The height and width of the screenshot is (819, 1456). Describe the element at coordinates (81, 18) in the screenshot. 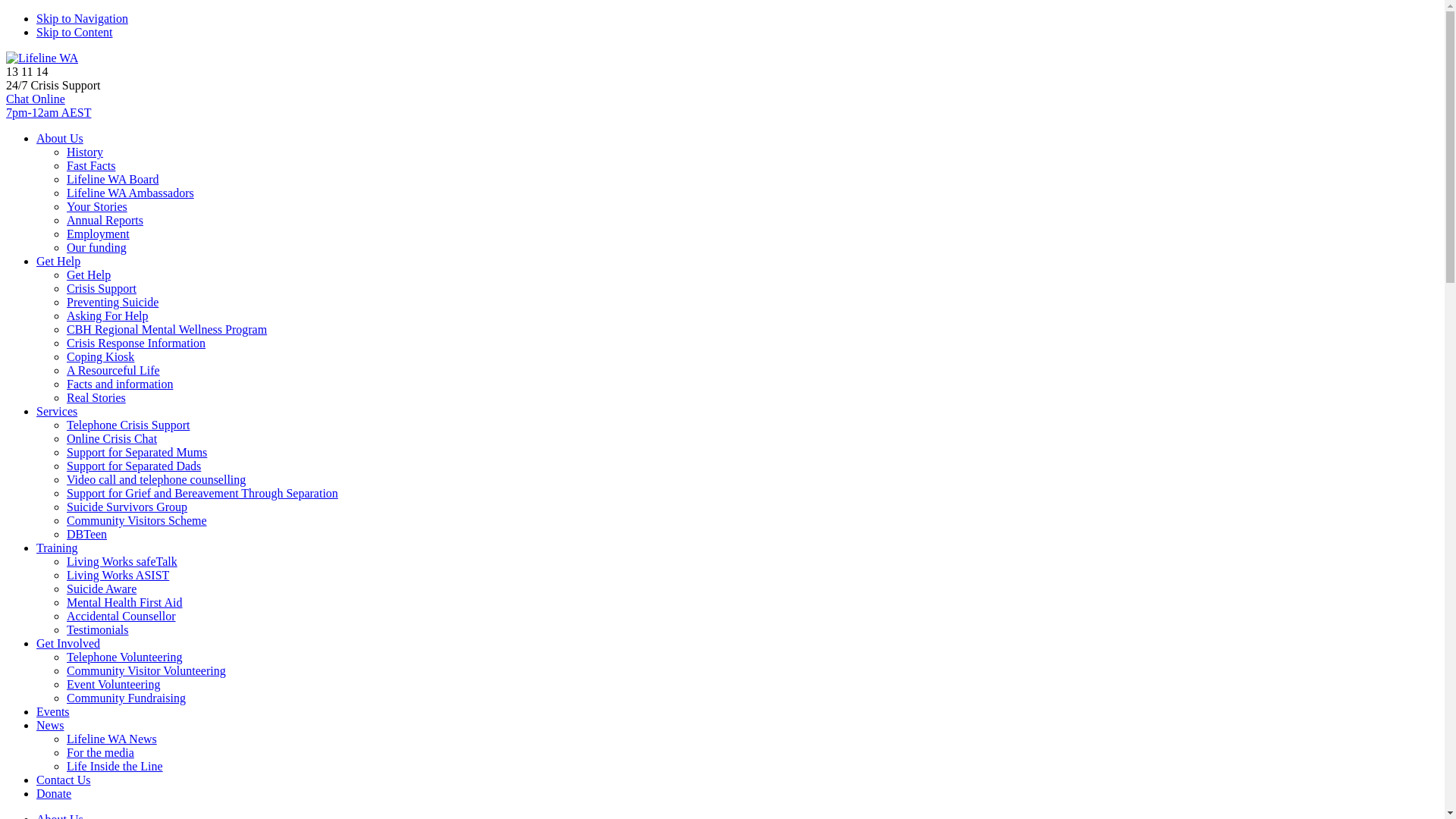

I see `'Skip to Navigation'` at that location.